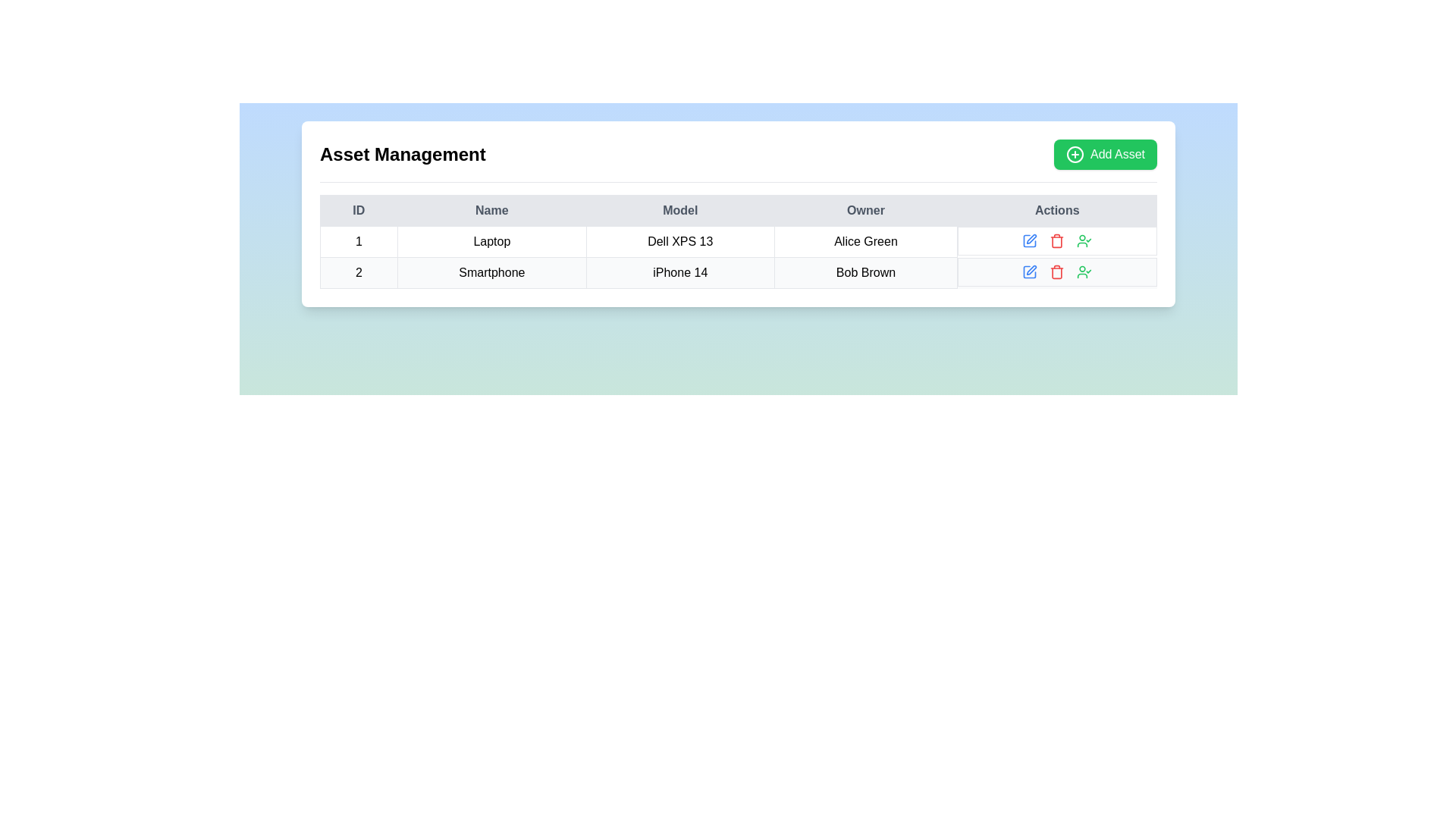 The width and height of the screenshot is (1456, 819). Describe the element at coordinates (358, 271) in the screenshot. I see `the Text display cell that uniquely identifies the row with ID '2' in the table, located in the leftmost column of the second row` at that location.